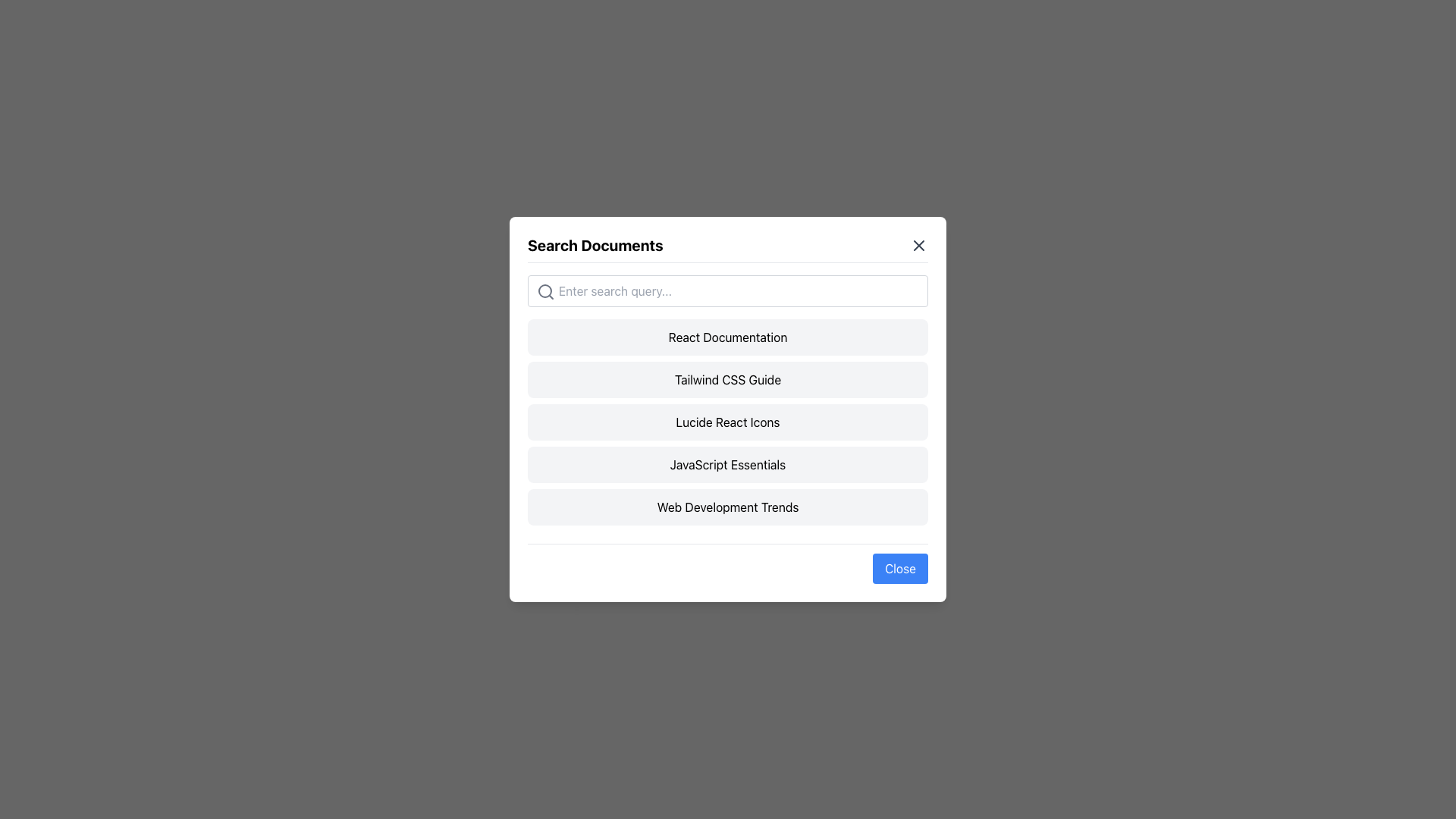 This screenshot has height=819, width=1456. I want to click on the circular graphical component within the search icon, which represents a magnifying glass, located at the left side of the search field, so click(545, 291).